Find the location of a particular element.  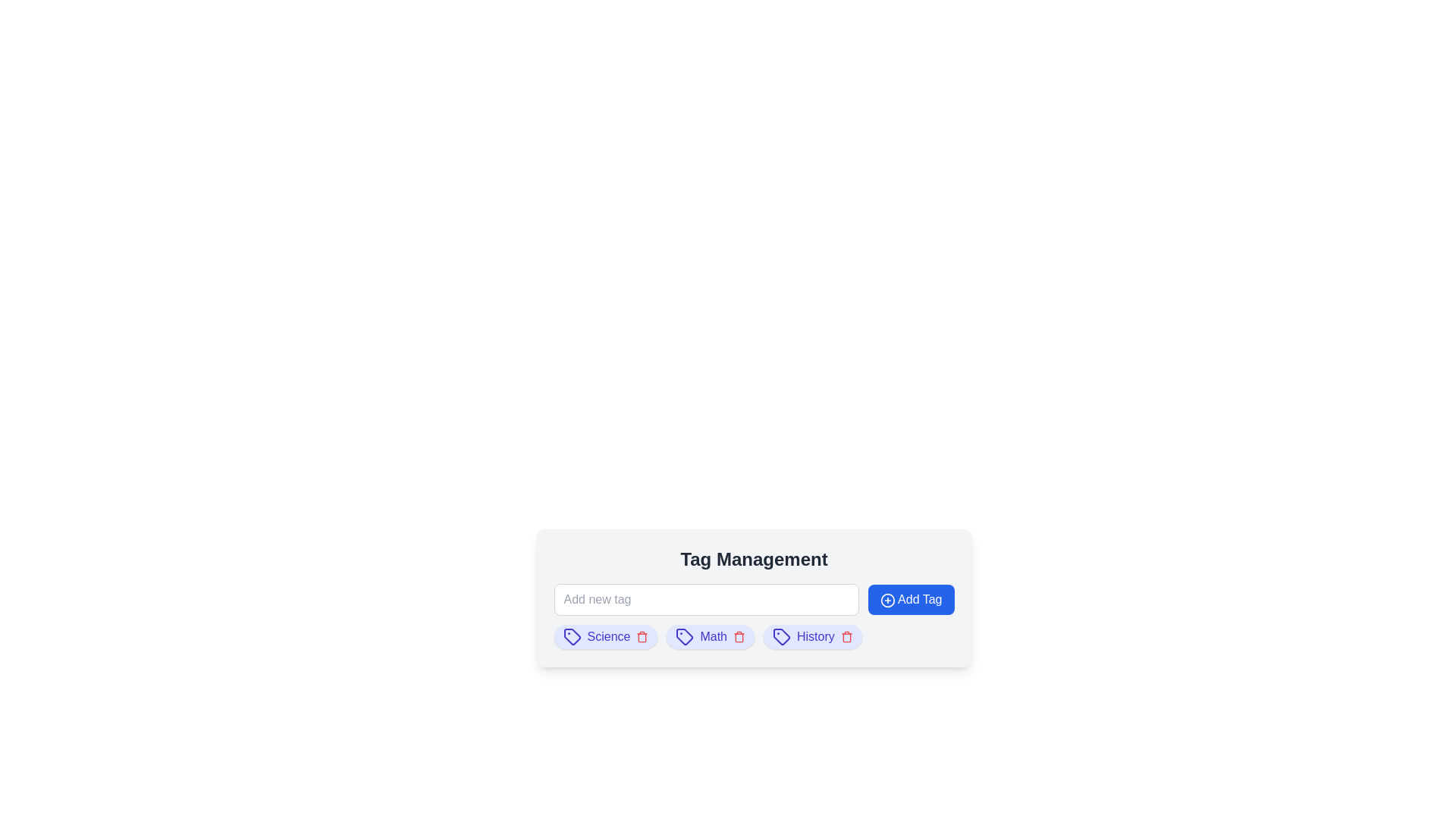

the 'tag' icon representing the 'Math' category, located within the 'Tag Management' section is located at coordinates (684, 637).